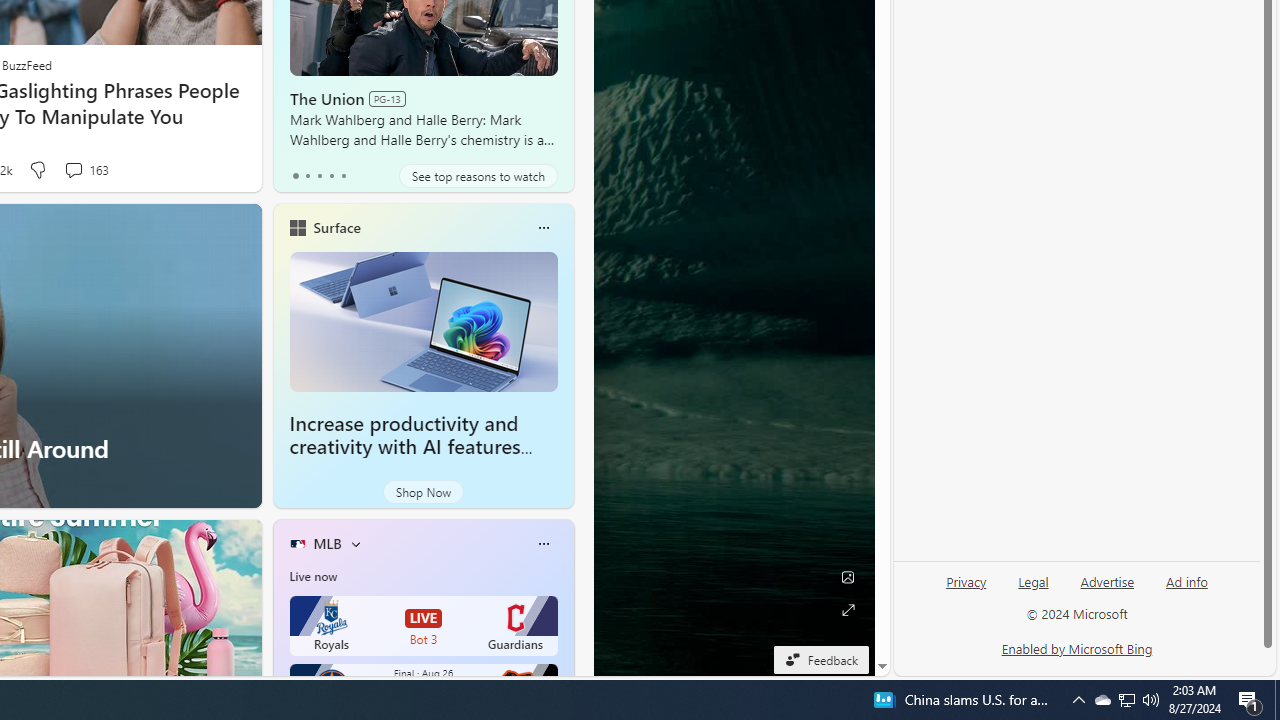 Image resolution: width=1280 pixels, height=720 pixels. What do you see at coordinates (337, 226) in the screenshot?
I see `'Surface'` at bounding box center [337, 226].